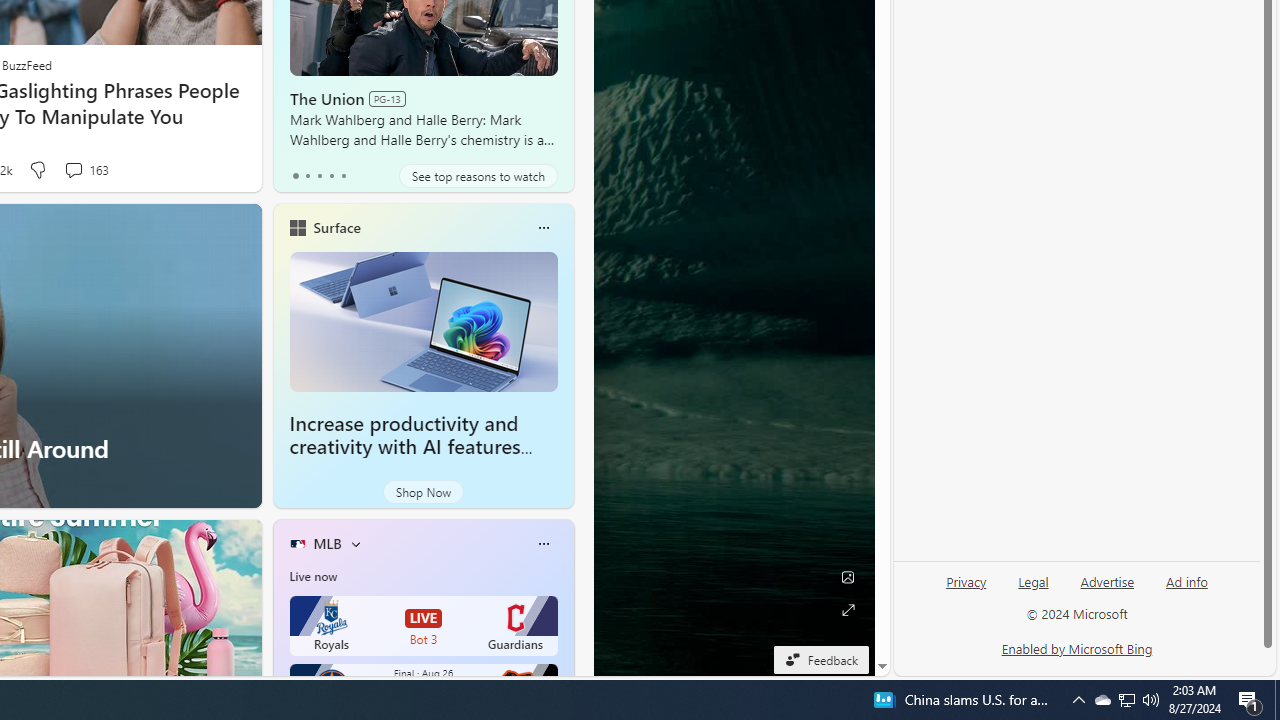 Image resolution: width=1280 pixels, height=720 pixels. What do you see at coordinates (337, 226) in the screenshot?
I see `'Surface'` at bounding box center [337, 226].